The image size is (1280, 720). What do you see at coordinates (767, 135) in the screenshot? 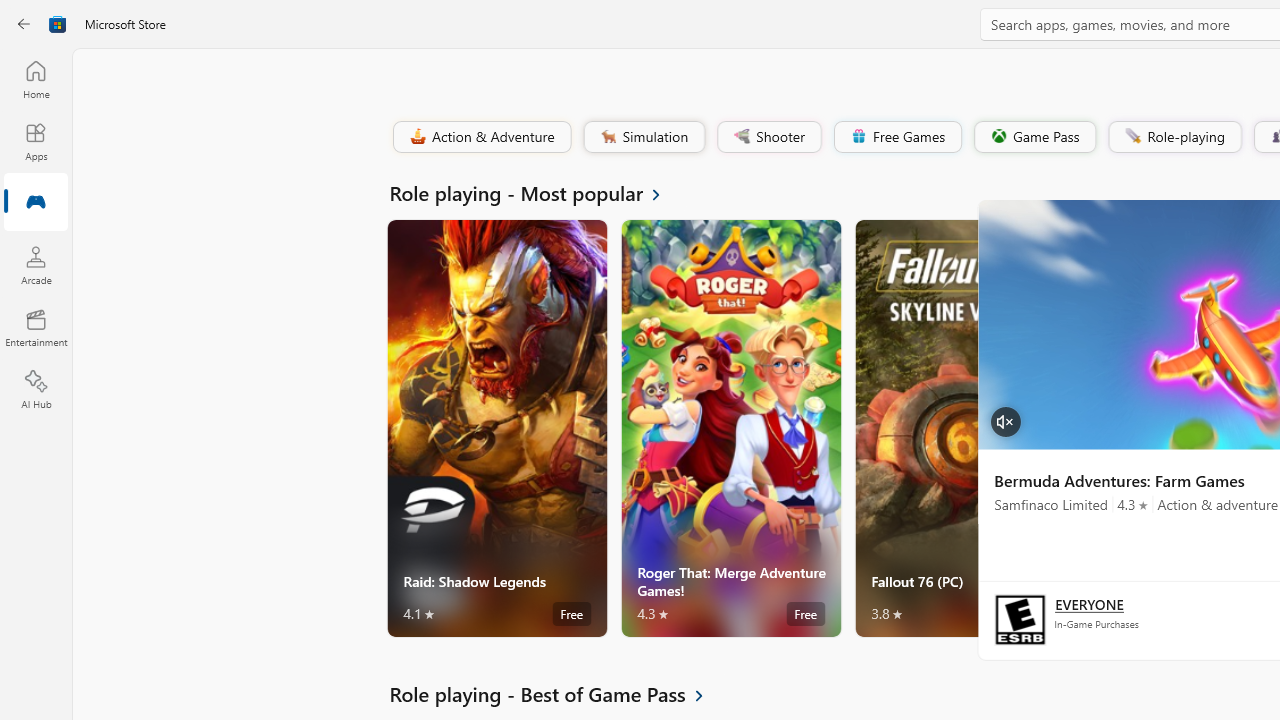
I see `'Shooter'` at bounding box center [767, 135].